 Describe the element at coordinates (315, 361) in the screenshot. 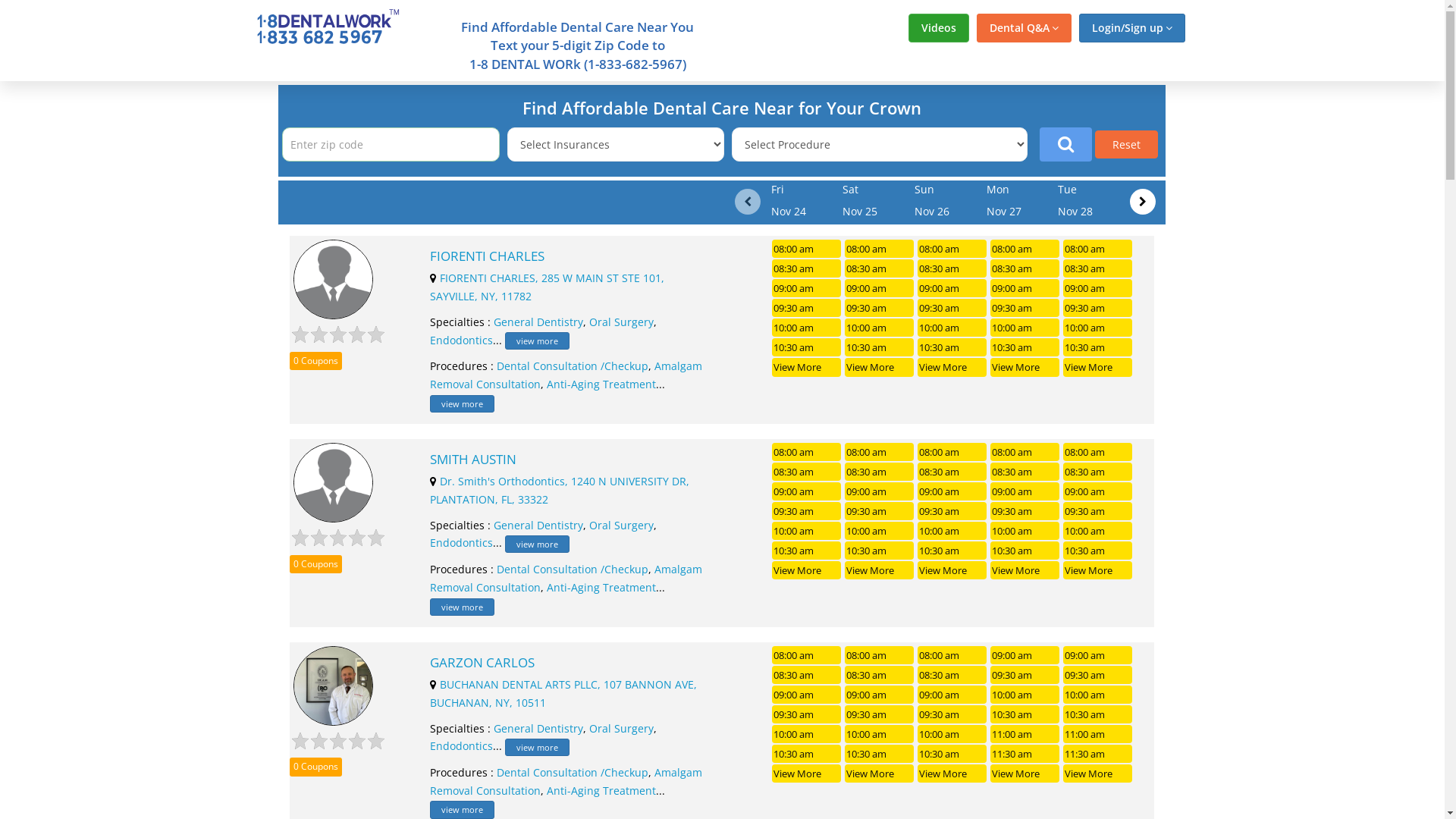

I see `'0 Coupons'` at that location.